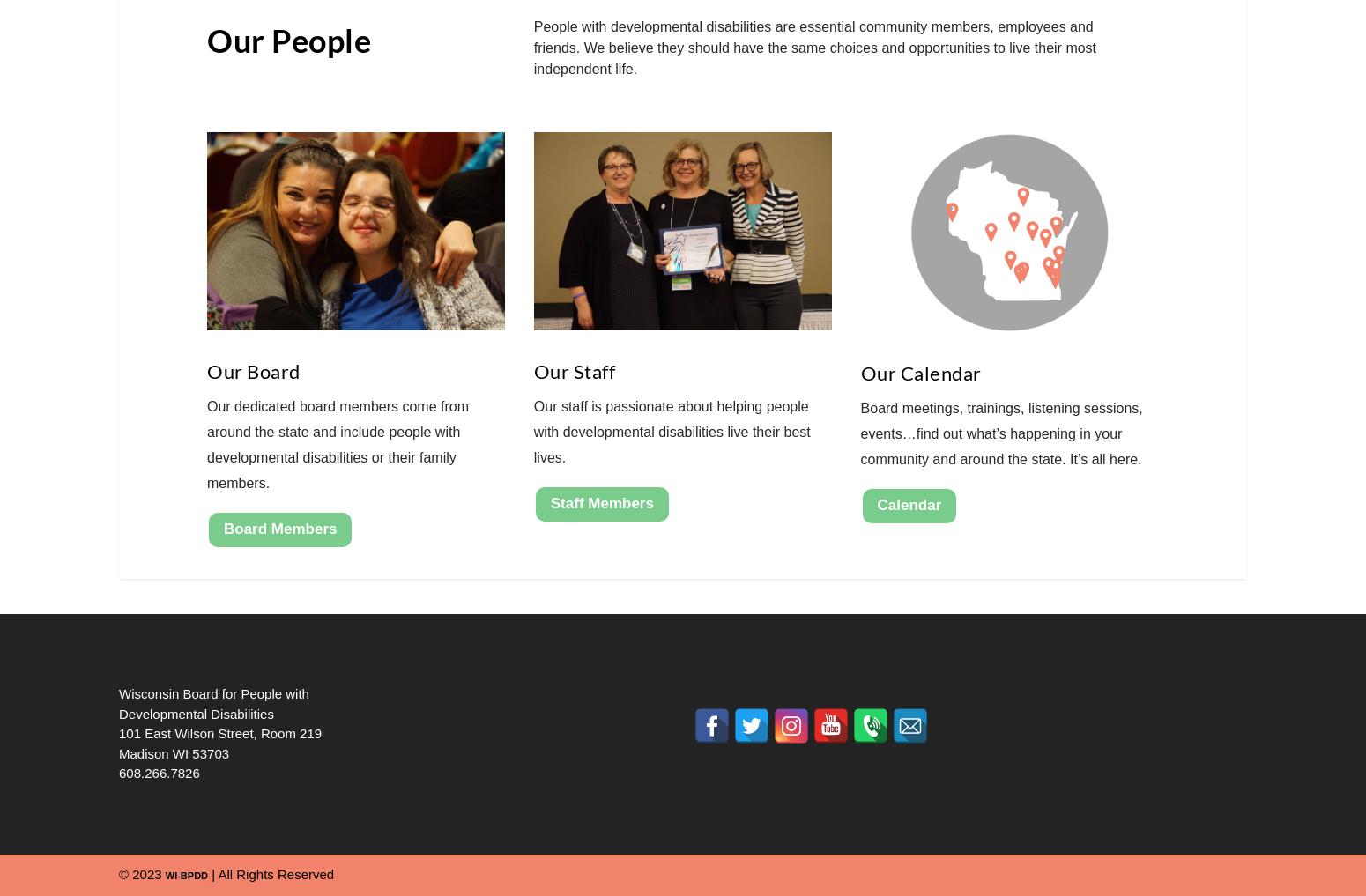  What do you see at coordinates (271, 874) in the screenshot?
I see `'| All Rights Reserved'` at bounding box center [271, 874].